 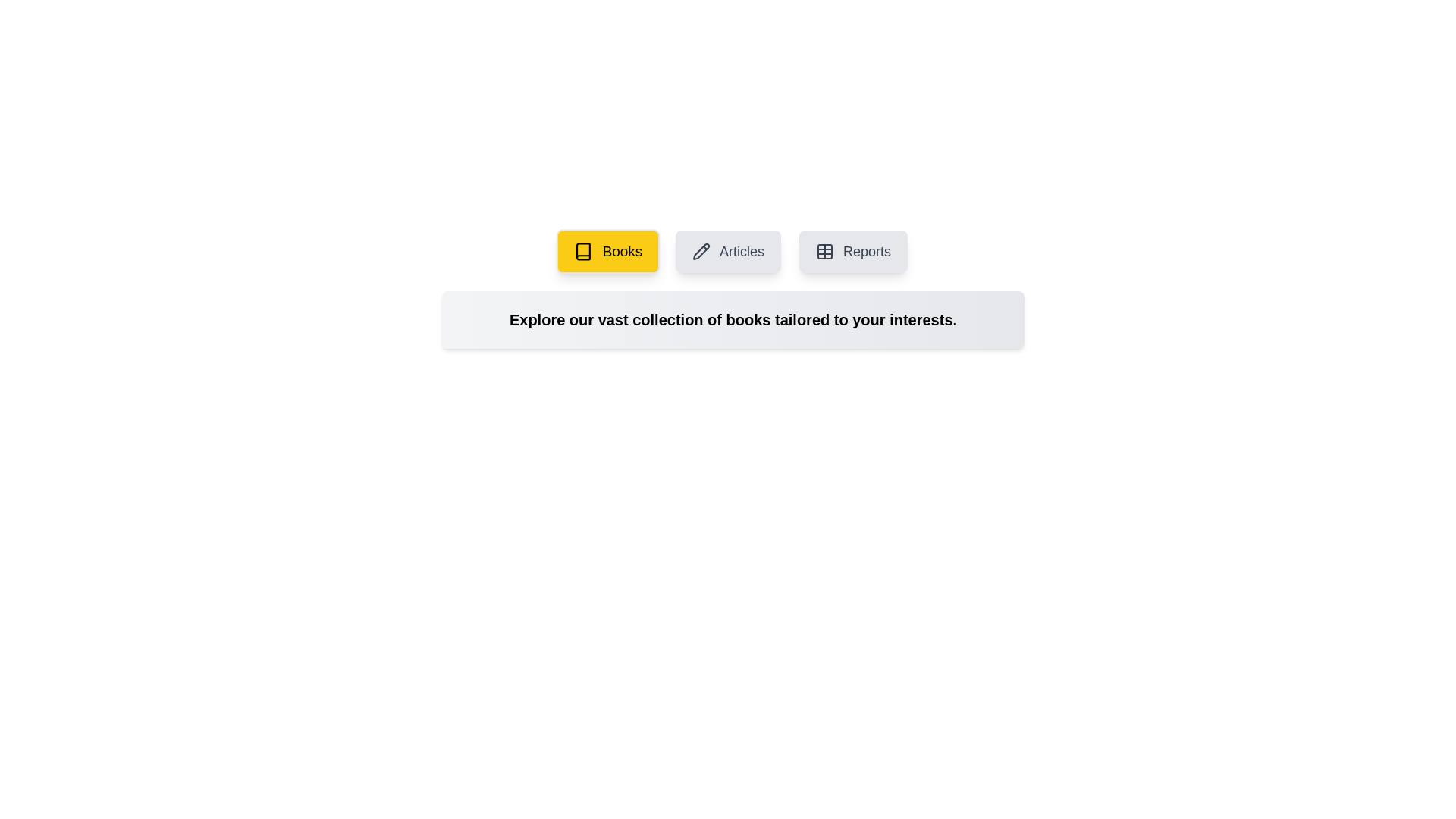 I want to click on the 'Books' text element, which is displayed in bold black font within a bright yellow rectangular button, located in the top center of the interface, so click(x=622, y=250).